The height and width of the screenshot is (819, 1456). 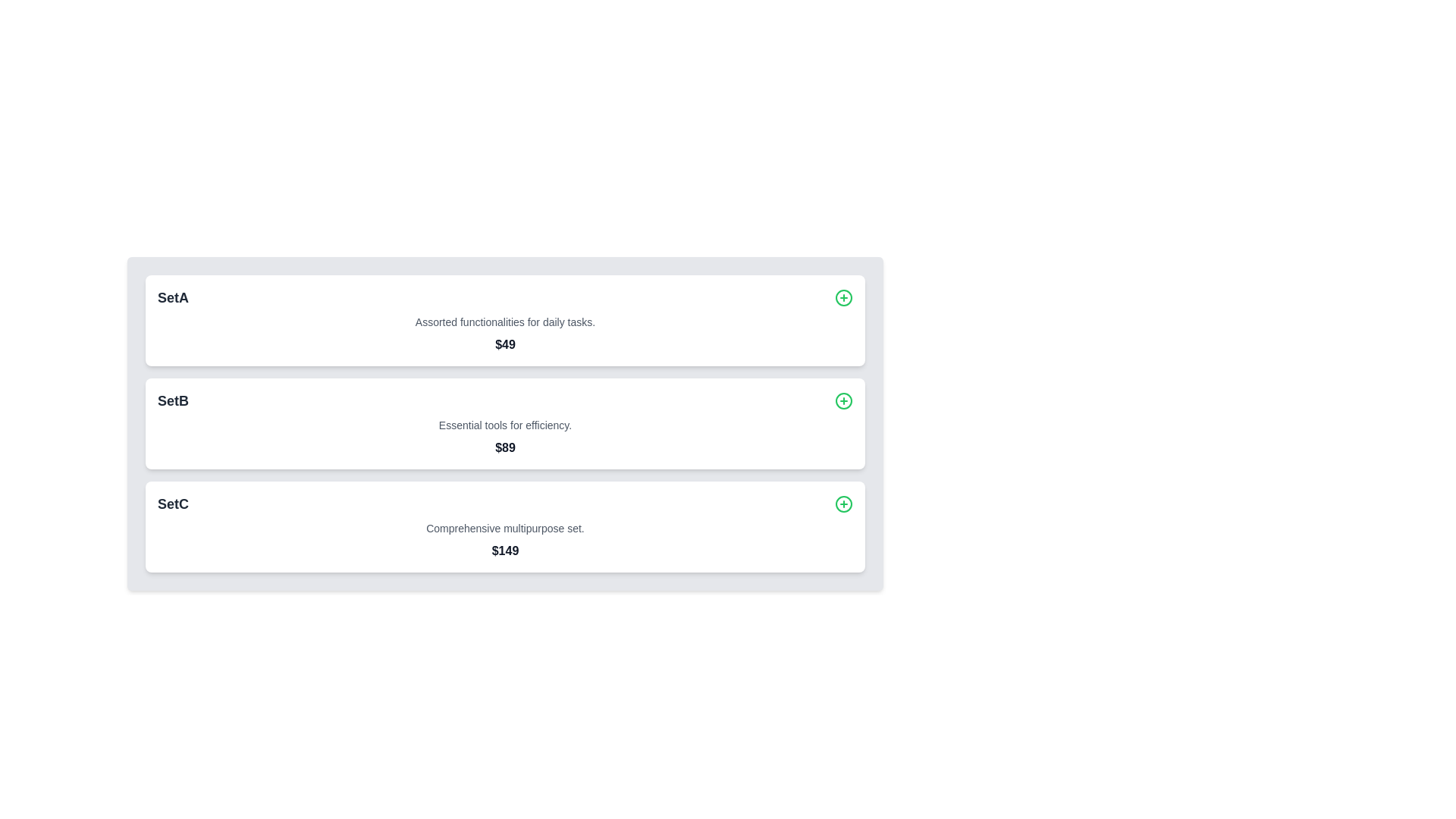 What do you see at coordinates (843, 400) in the screenshot?
I see `the action trigger button located at the far right of the 'SetB' section` at bounding box center [843, 400].